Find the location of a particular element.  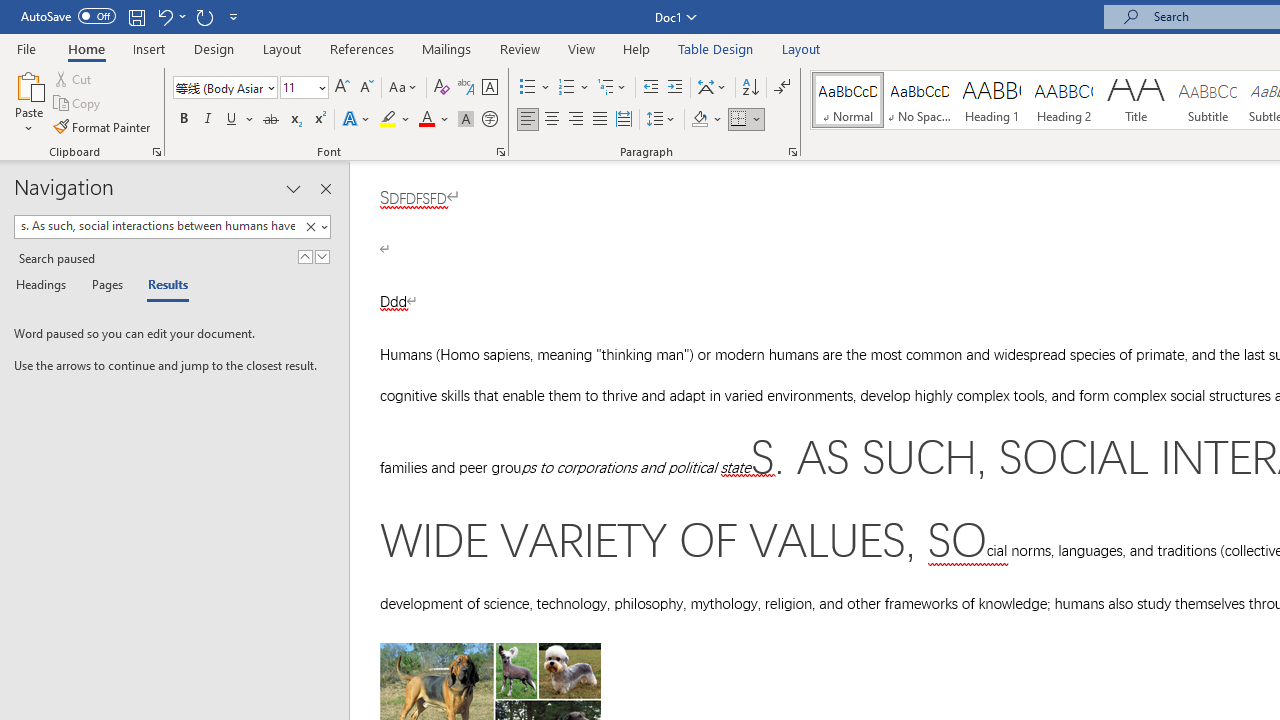

'Search document' is located at coordinates (156, 225).